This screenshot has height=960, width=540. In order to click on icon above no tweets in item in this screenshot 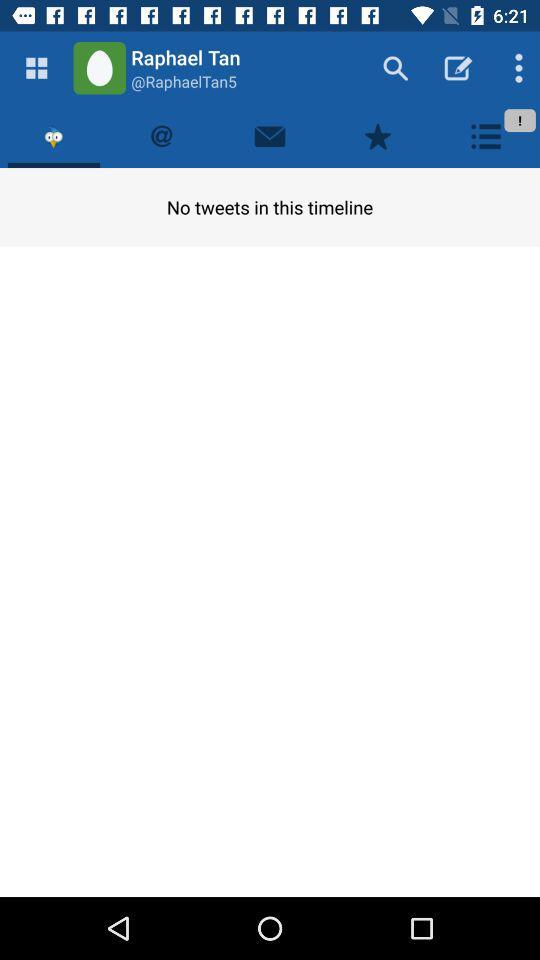, I will do `click(485, 135)`.